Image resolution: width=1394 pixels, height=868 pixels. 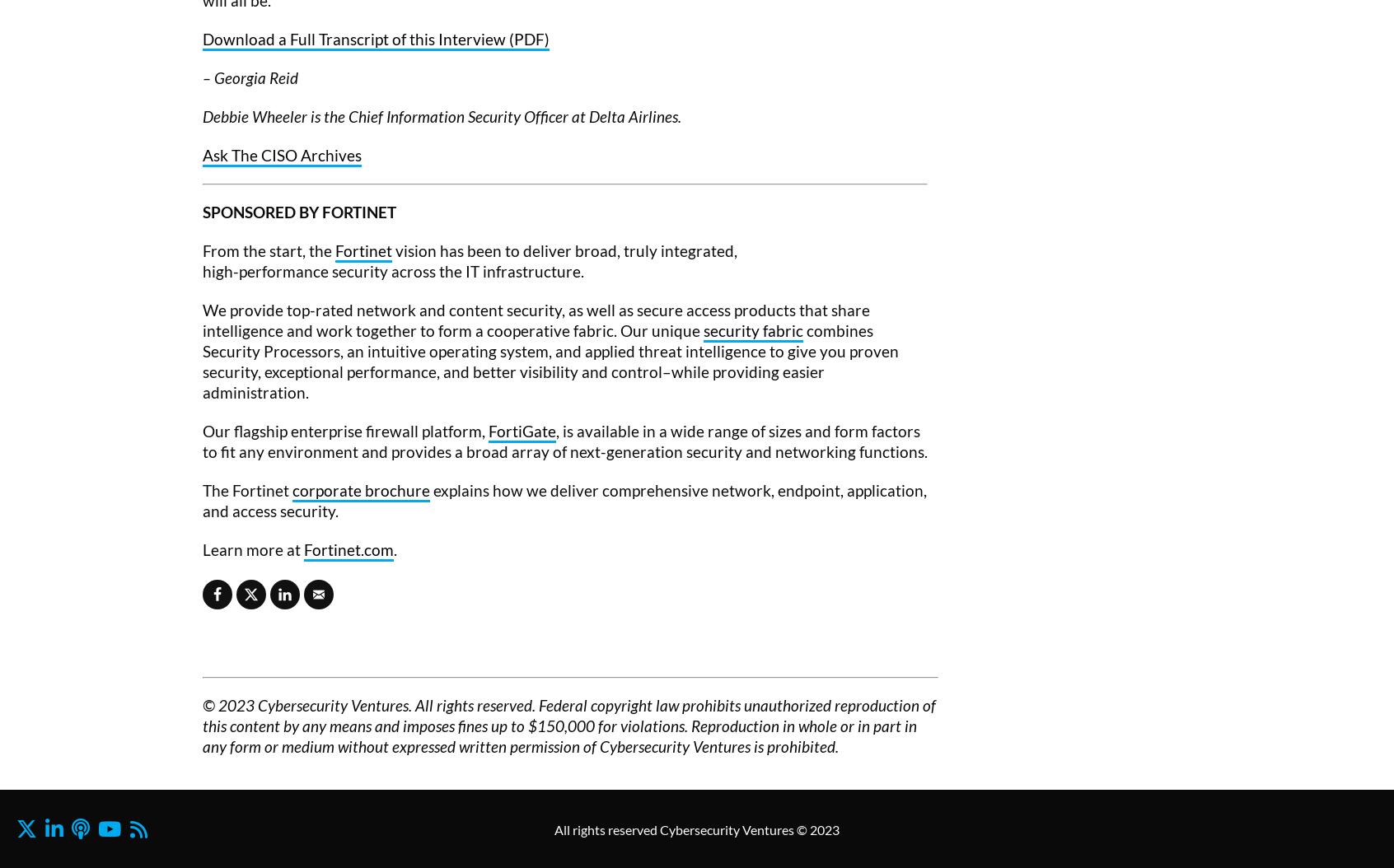 What do you see at coordinates (214, 76) in the screenshot?
I see `'Georgia Reid'` at bounding box center [214, 76].